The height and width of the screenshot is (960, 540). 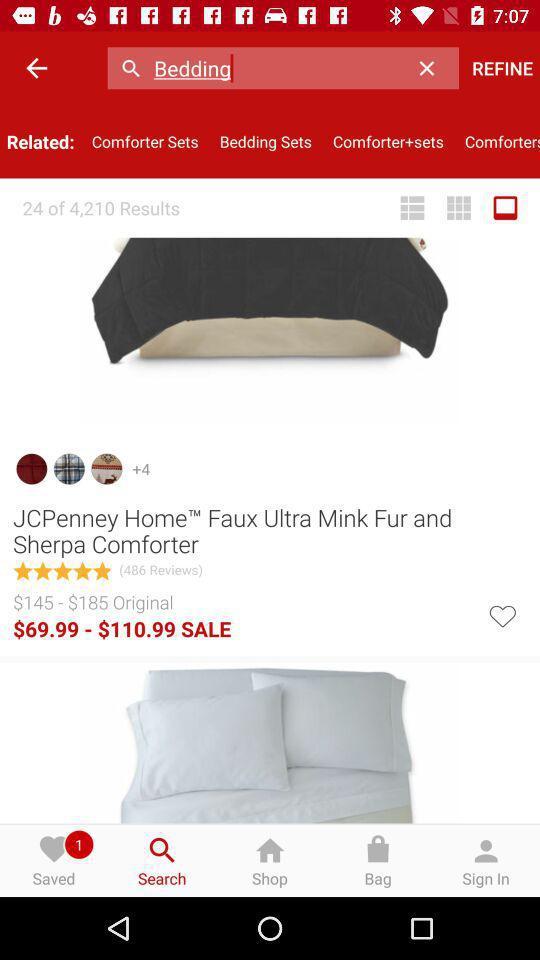 What do you see at coordinates (504, 208) in the screenshot?
I see `the item above jcpenney home faux item` at bounding box center [504, 208].